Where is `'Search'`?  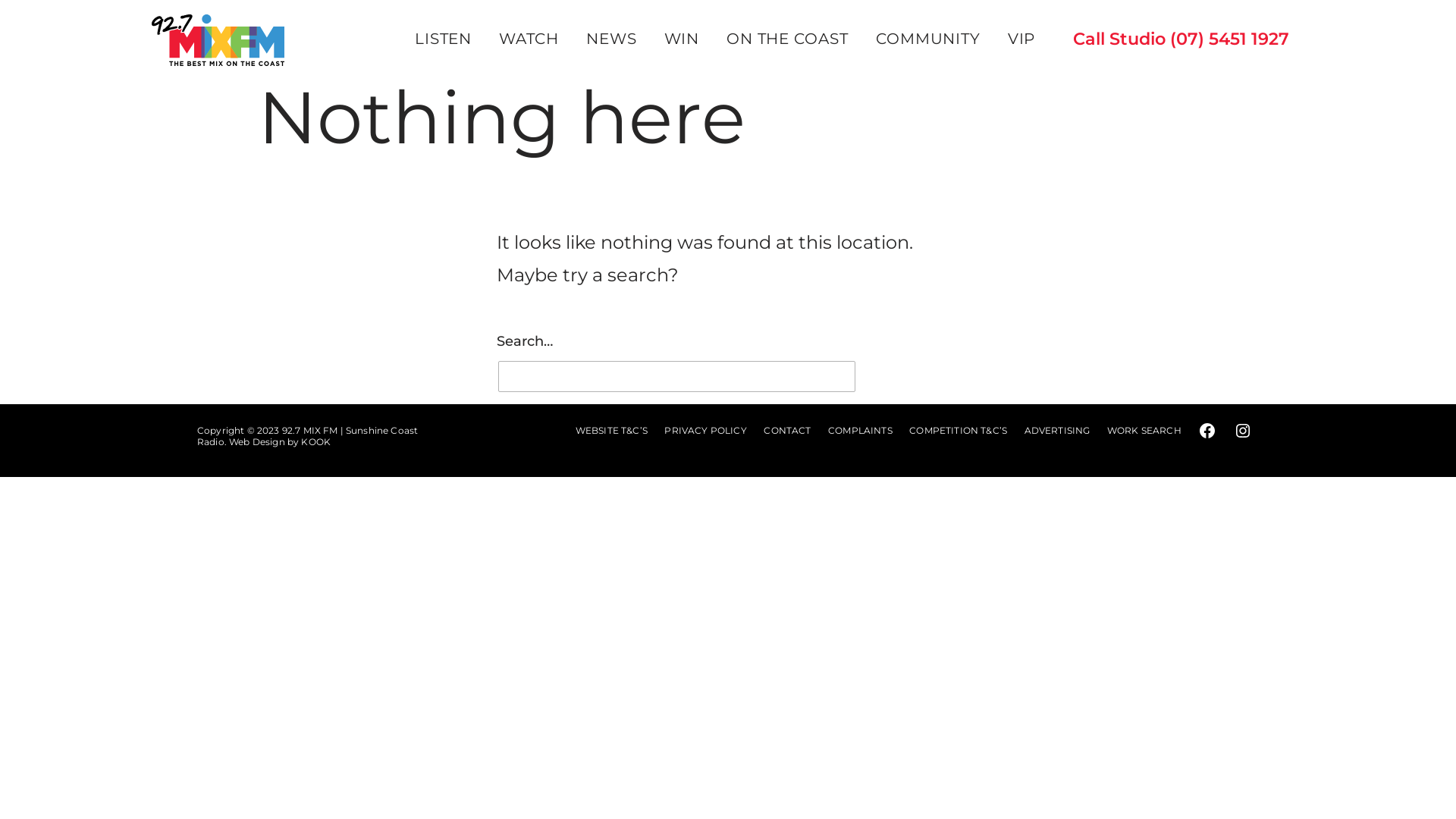
'Search' is located at coordinates (874, 381).